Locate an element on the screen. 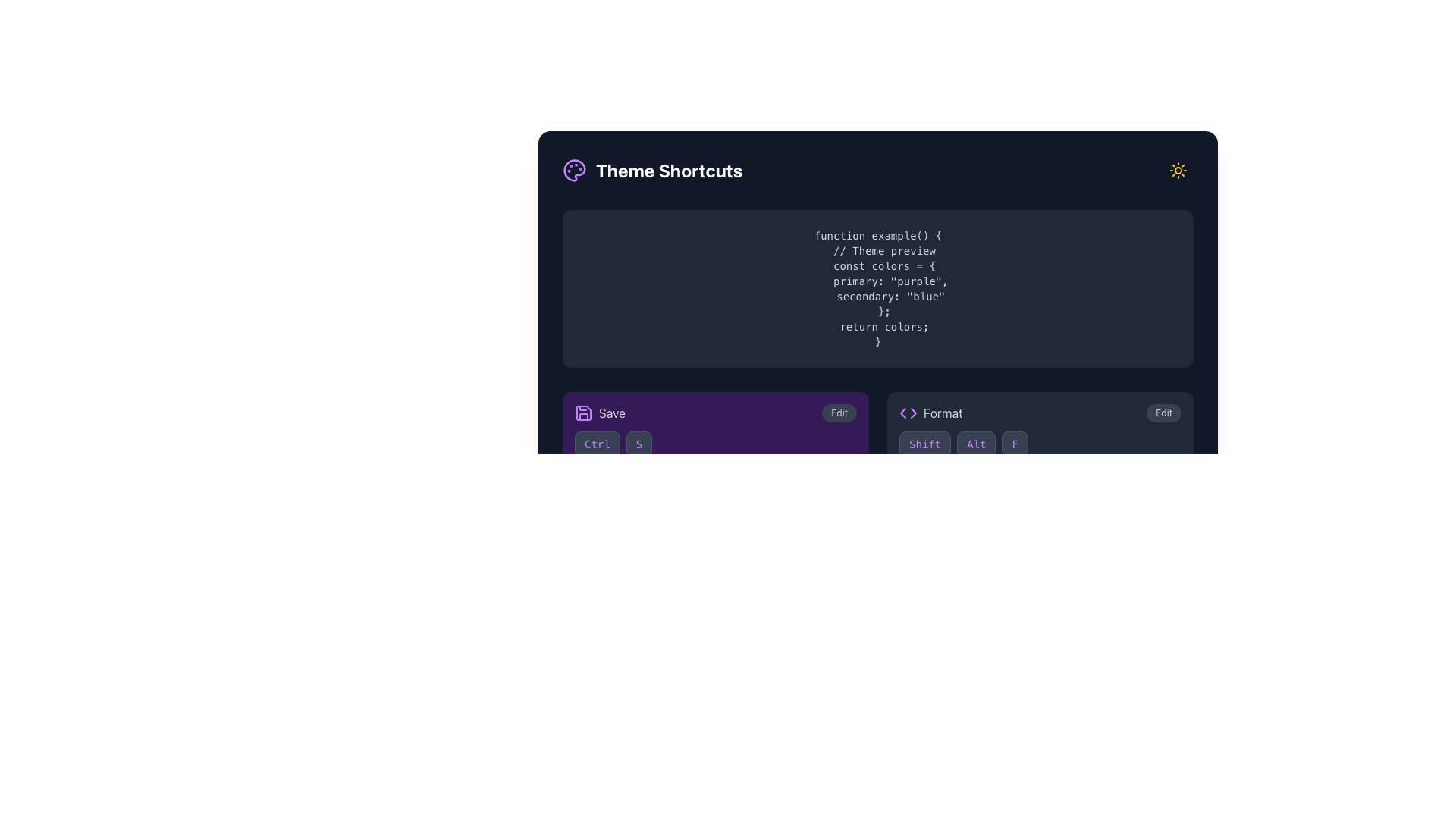 The height and width of the screenshot is (819, 1456). the sun icon button located is located at coordinates (1178, 170).